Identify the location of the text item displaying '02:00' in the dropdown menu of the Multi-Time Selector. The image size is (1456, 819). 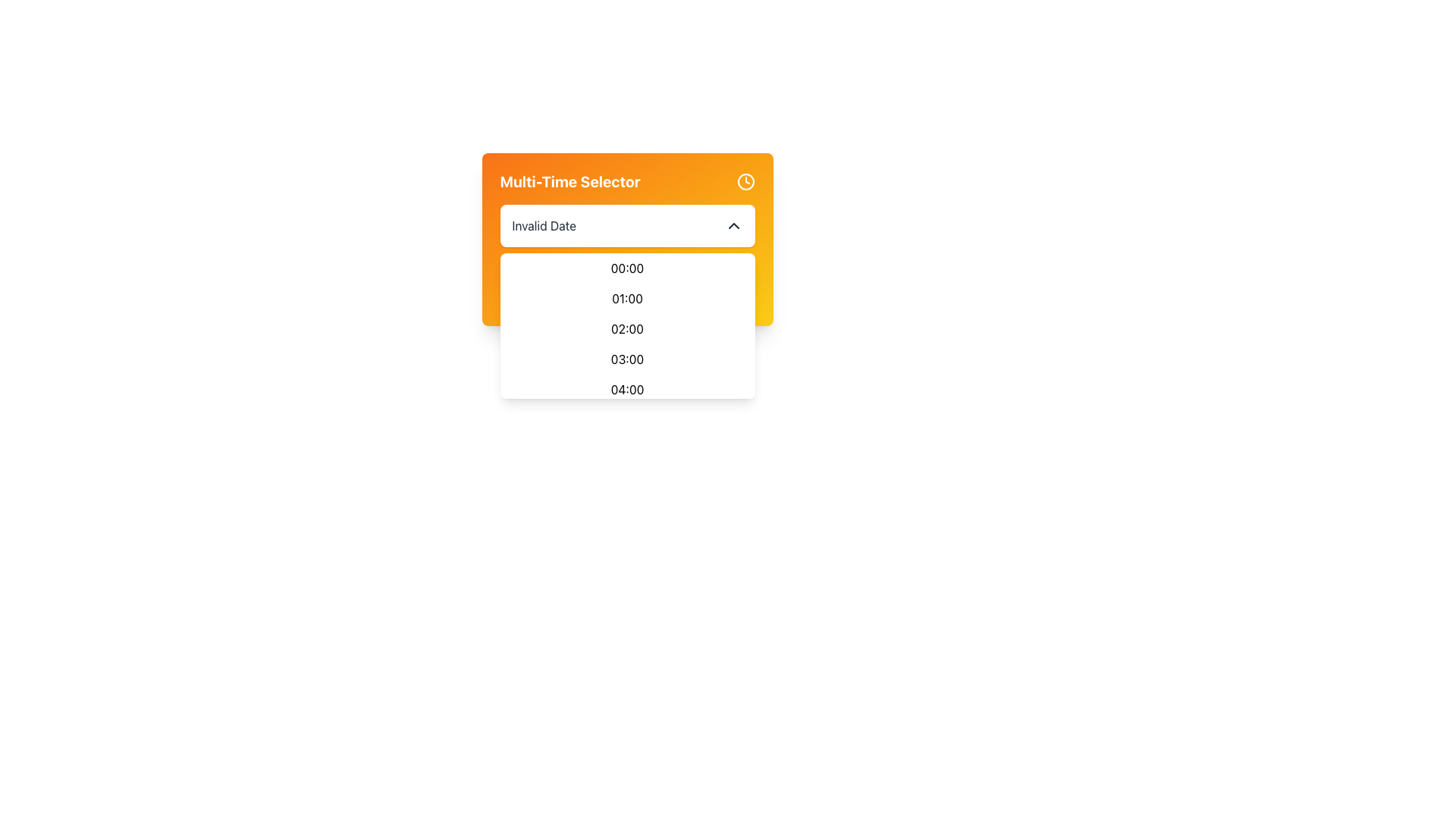
(627, 328).